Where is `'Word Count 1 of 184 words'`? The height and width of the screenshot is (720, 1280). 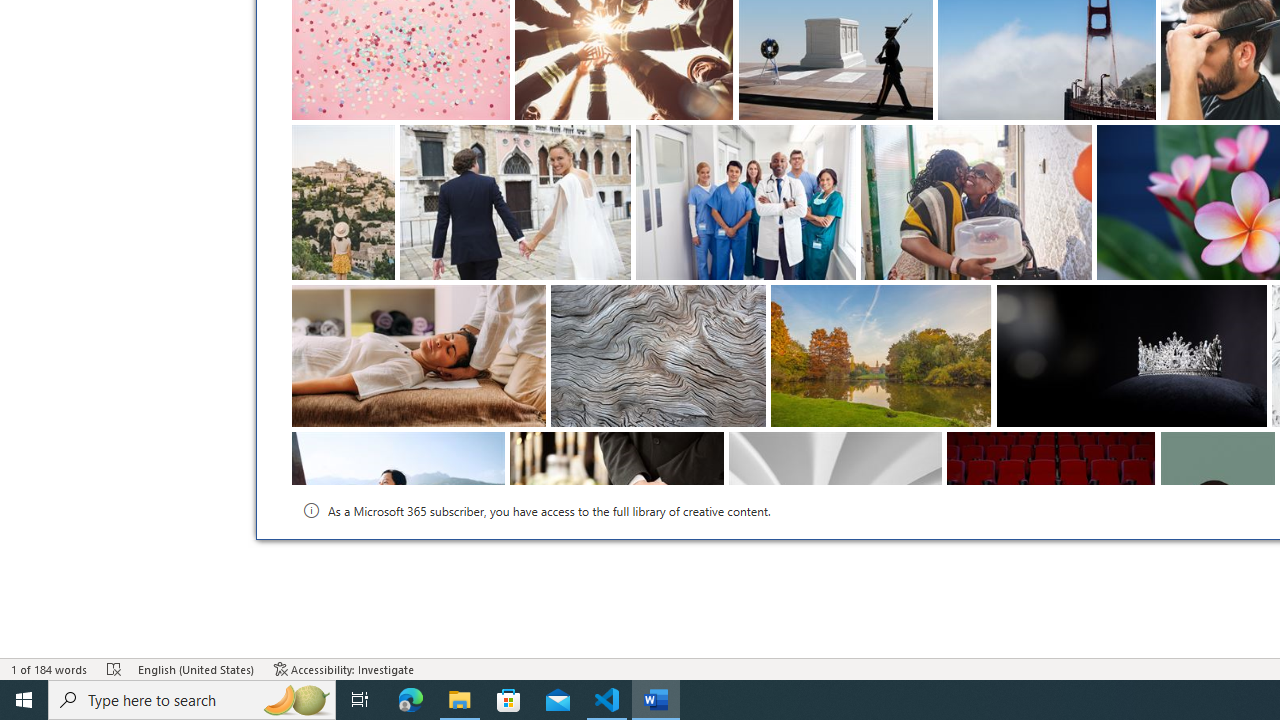
'Word Count 1 of 184 words' is located at coordinates (49, 669).